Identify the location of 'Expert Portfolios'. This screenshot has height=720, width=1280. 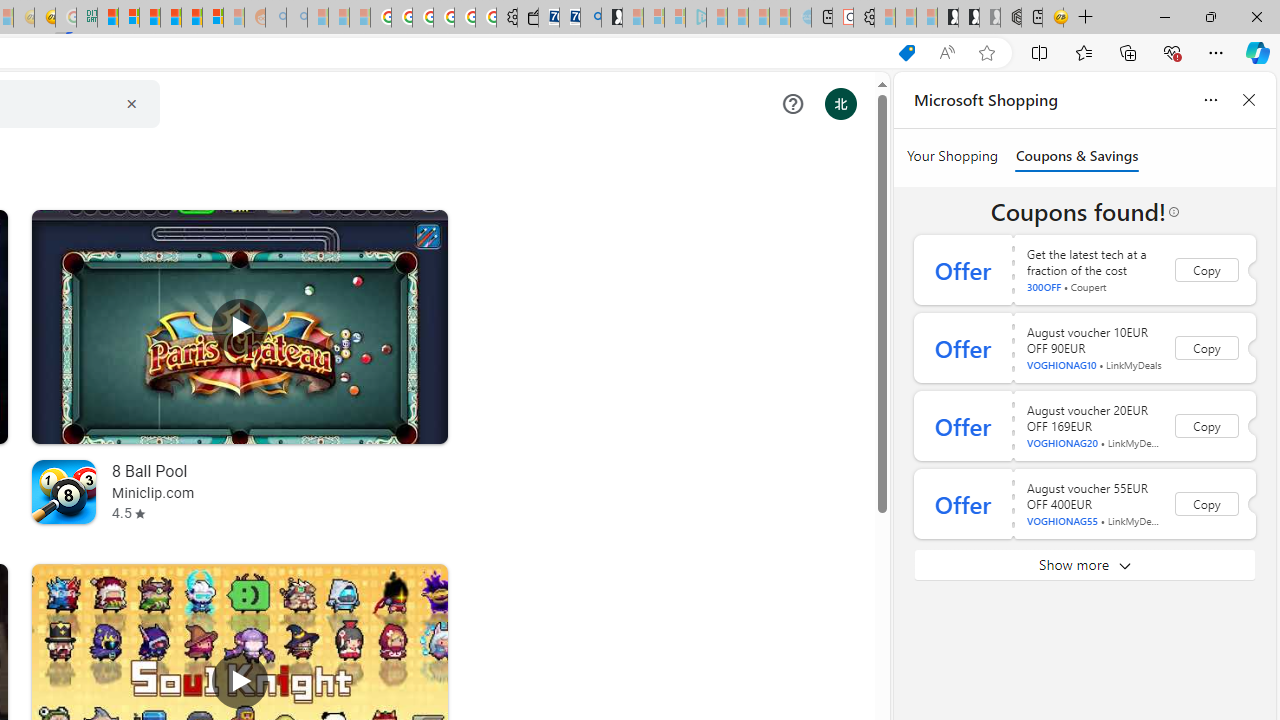
(170, 17).